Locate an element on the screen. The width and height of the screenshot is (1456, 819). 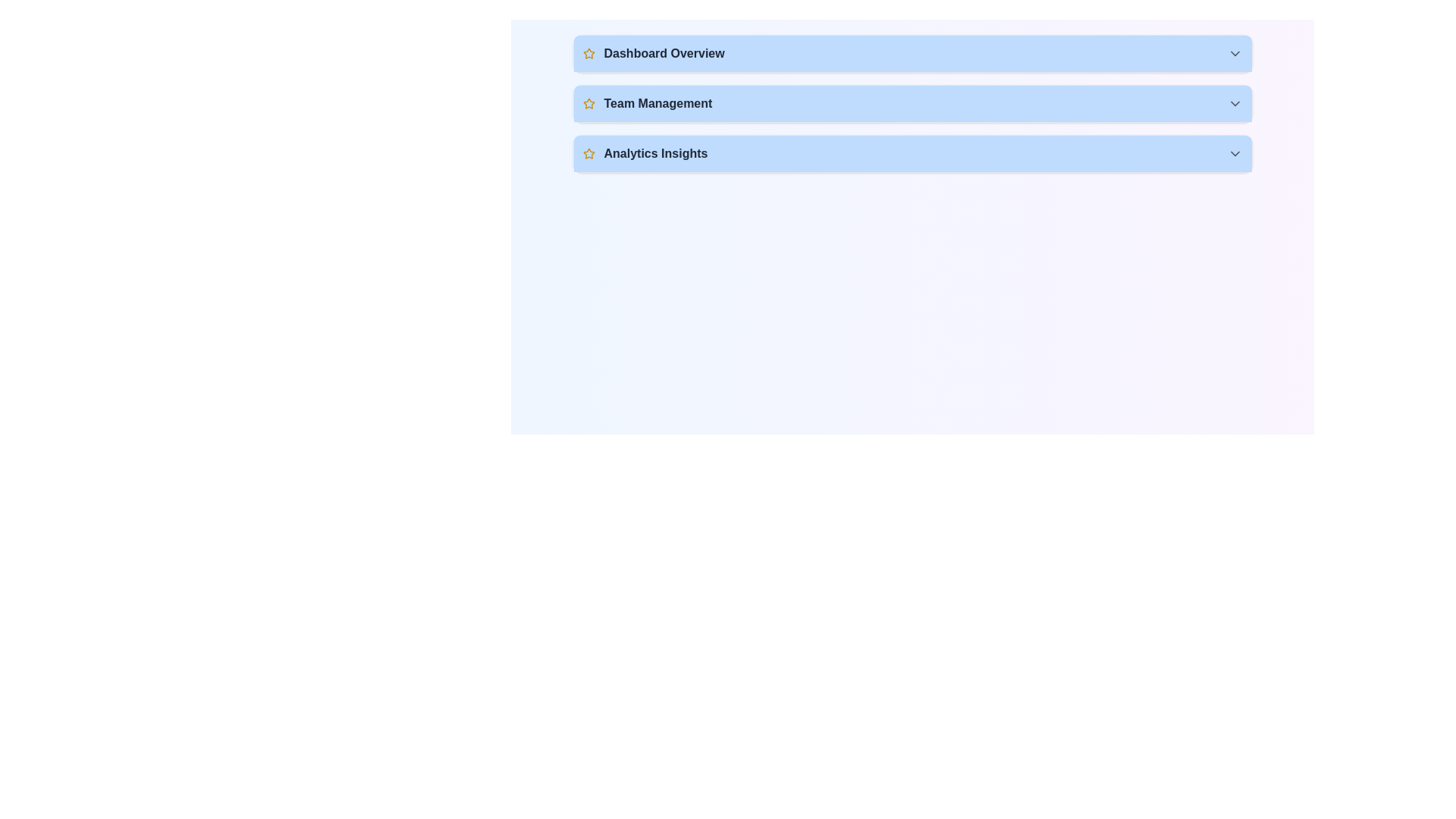
the text label displaying 'Analytics Insights', which is styled in bold gray font and positioned to the right of a yellow star icon is located at coordinates (655, 154).